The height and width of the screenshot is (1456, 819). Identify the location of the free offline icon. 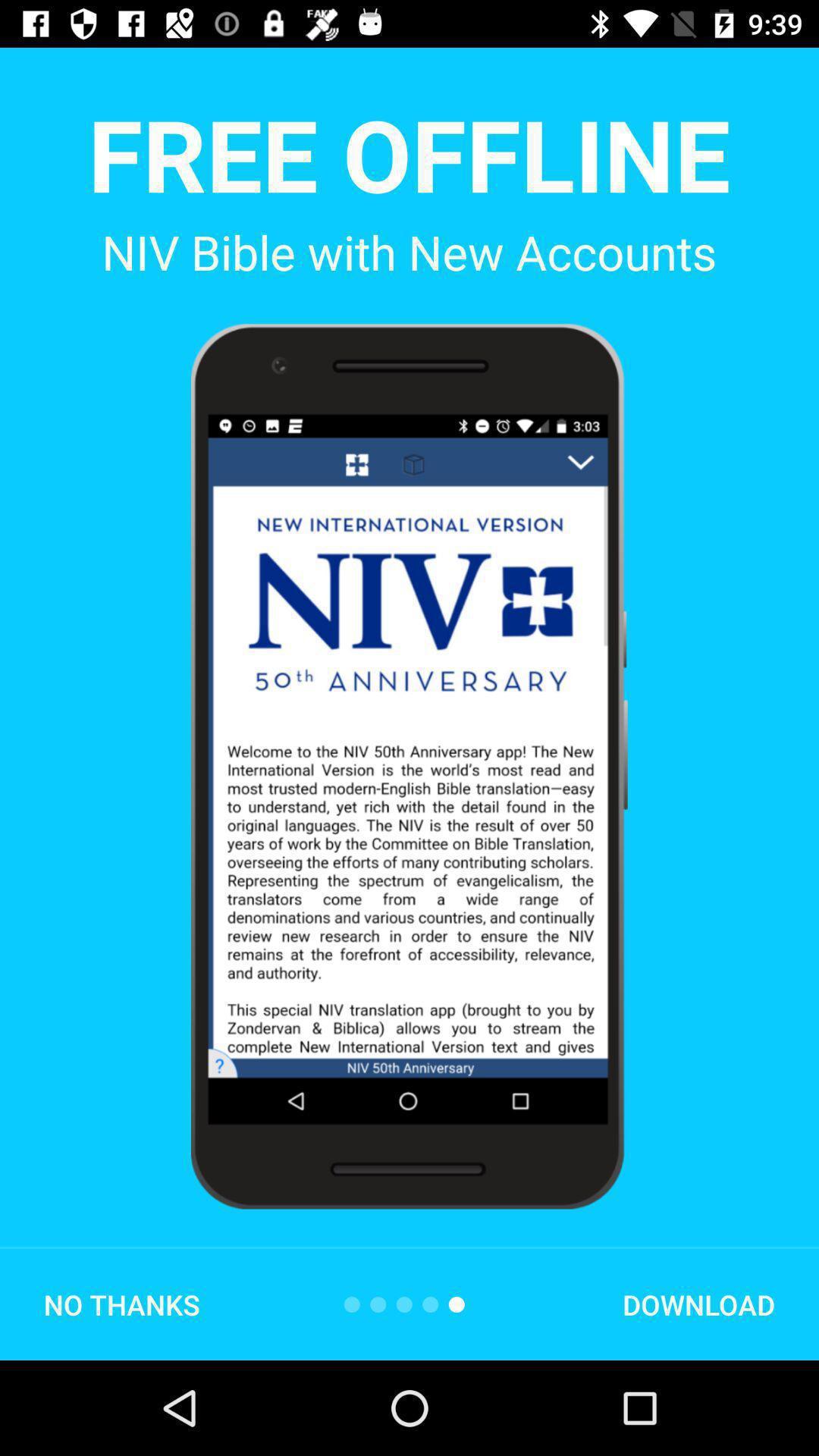
(408, 153).